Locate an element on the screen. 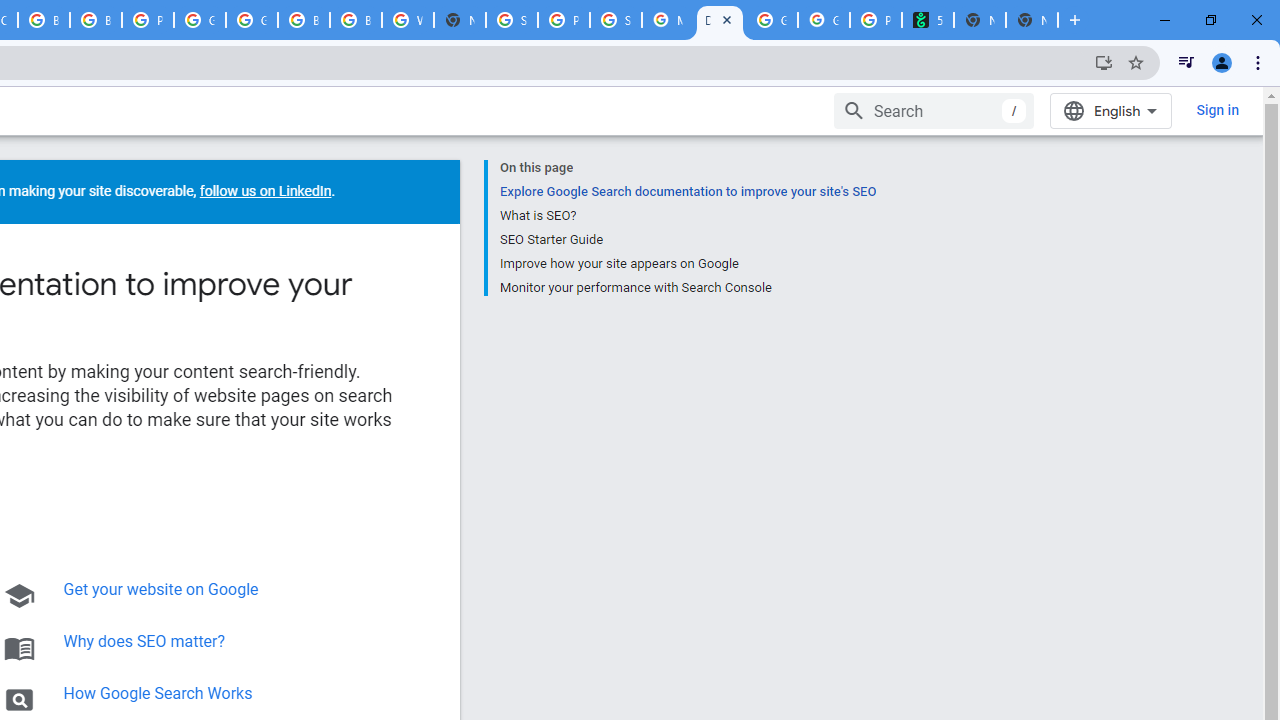 The height and width of the screenshot is (720, 1280). 'How Google Search Works' is located at coordinates (157, 692).